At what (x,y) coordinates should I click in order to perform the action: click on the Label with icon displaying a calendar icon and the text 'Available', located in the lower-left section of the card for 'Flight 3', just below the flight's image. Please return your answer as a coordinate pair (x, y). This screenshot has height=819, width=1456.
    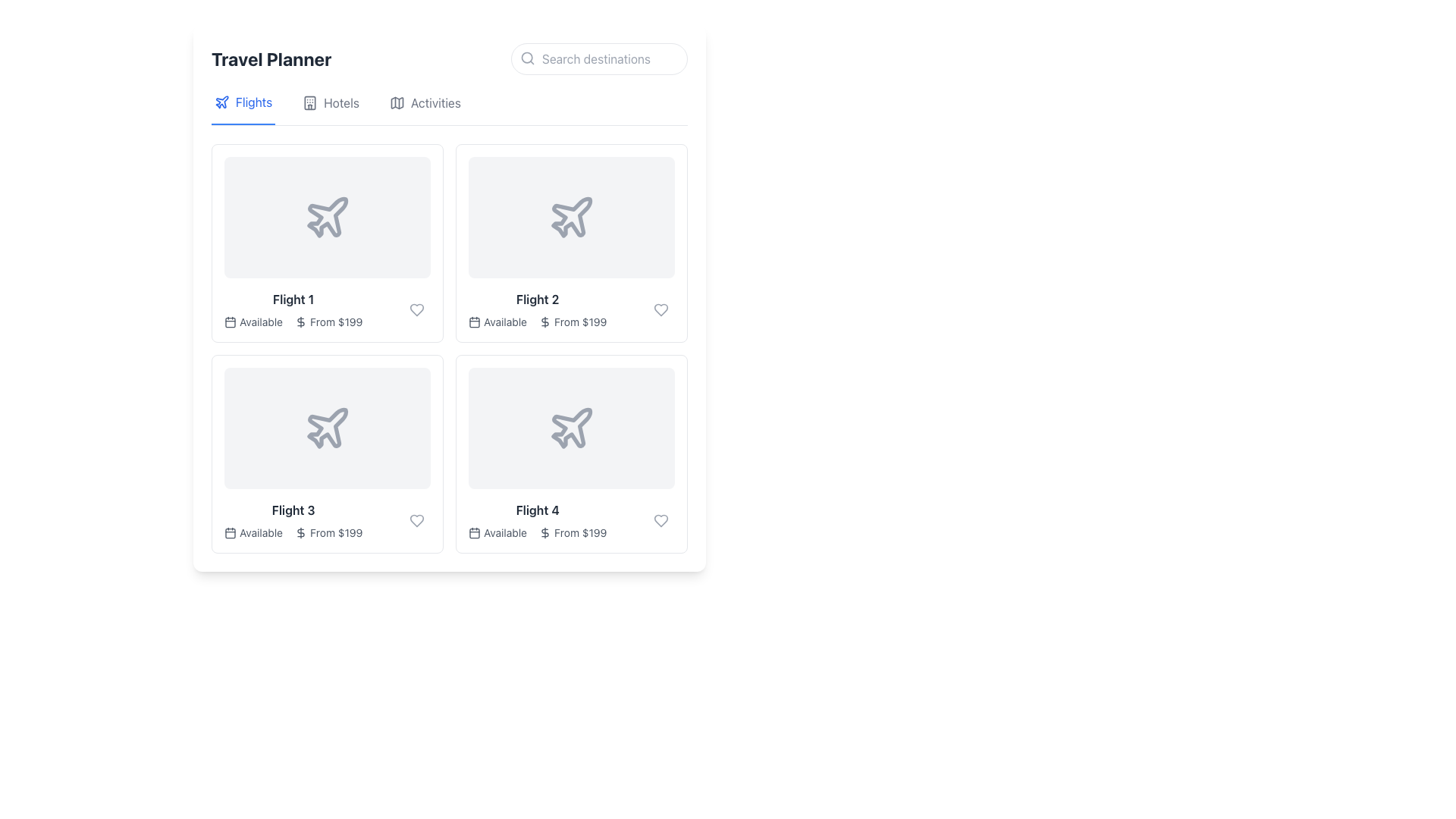
    Looking at the image, I should click on (253, 532).